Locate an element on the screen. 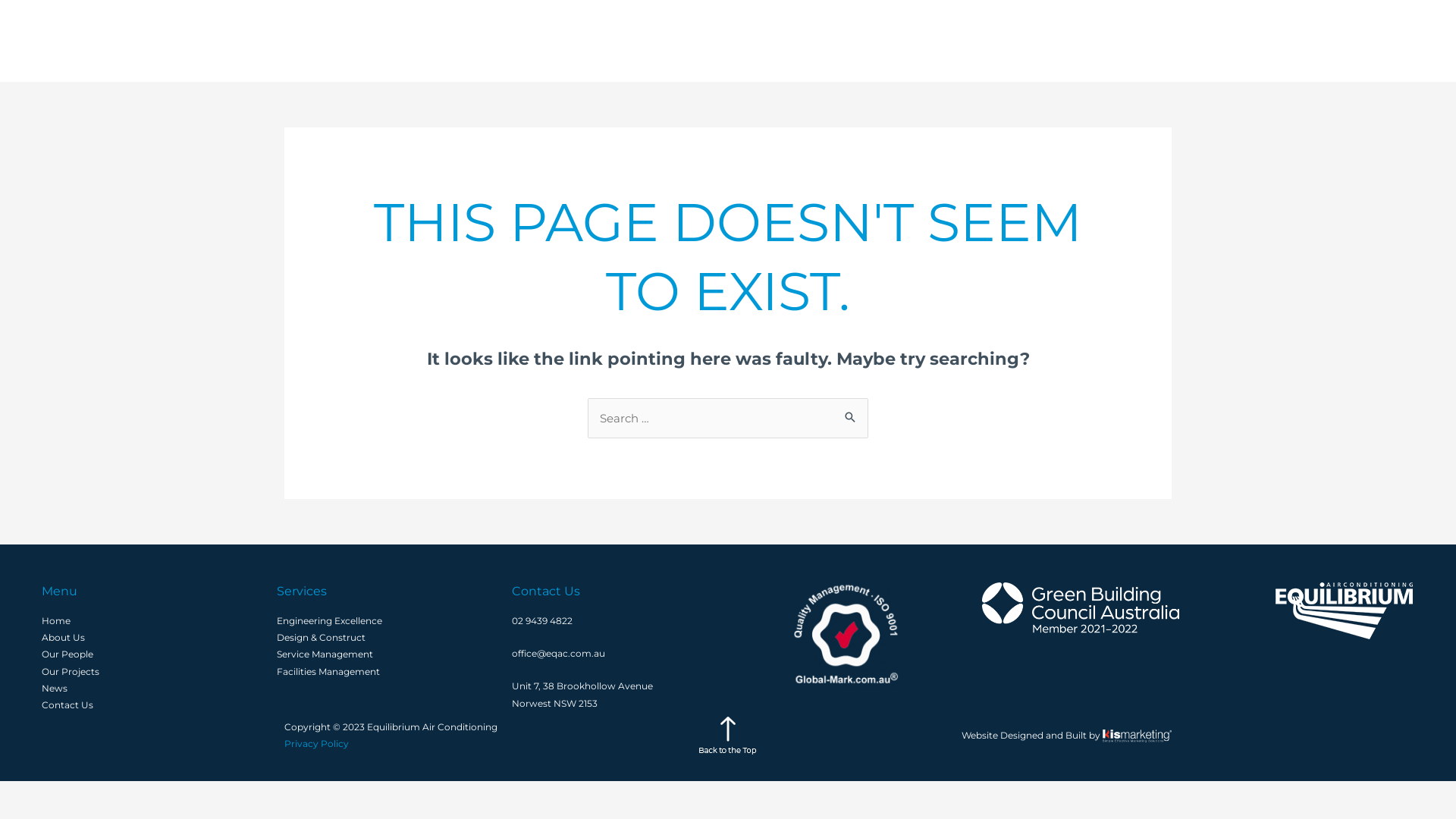  'Our Projects' is located at coordinates (69, 670).